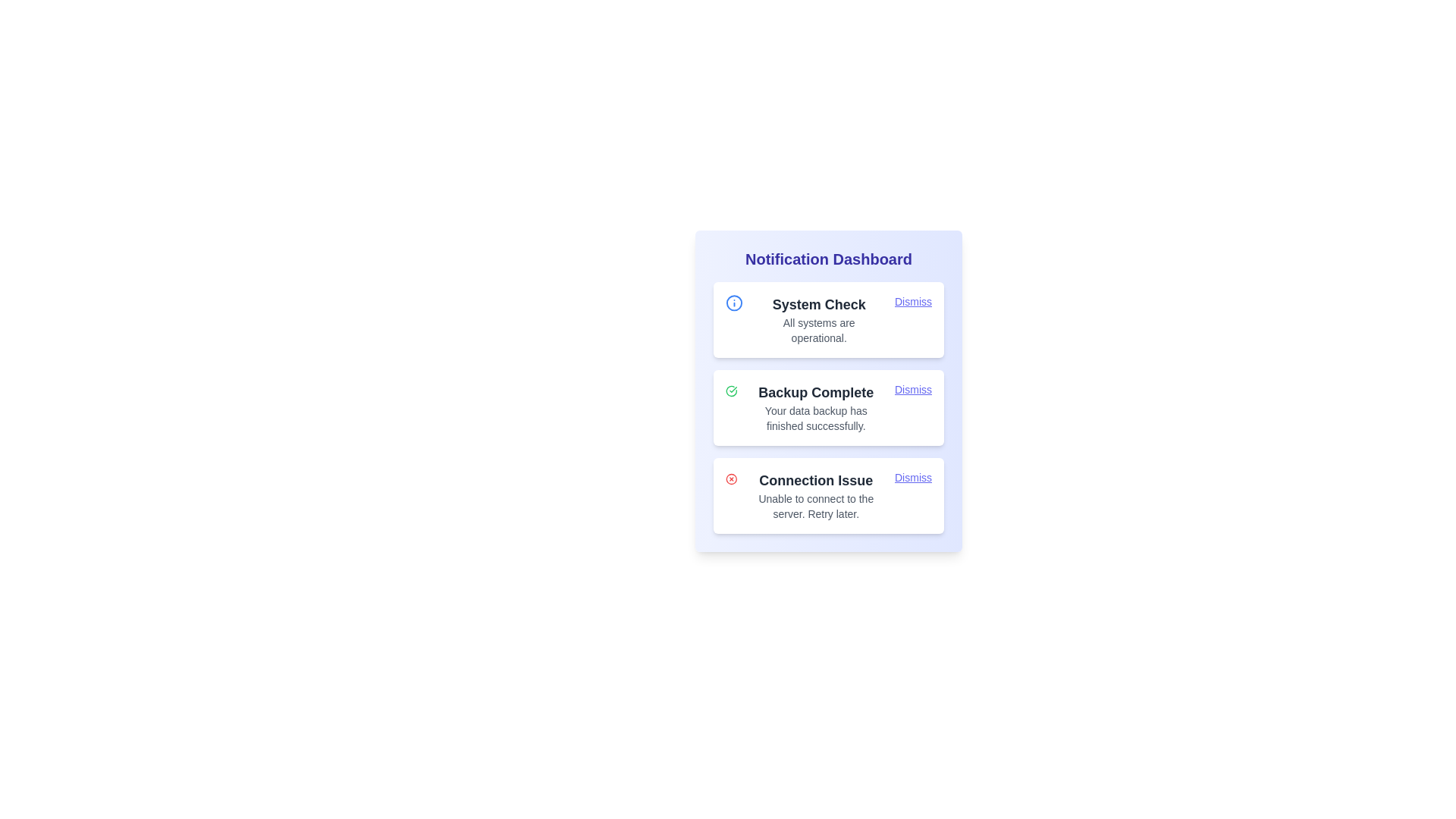 This screenshot has width=1456, height=819. Describe the element at coordinates (815, 391) in the screenshot. I see `the Text Label indicating the completion status of the backup process in the middle notification of the Notification Dashboard` at that location.